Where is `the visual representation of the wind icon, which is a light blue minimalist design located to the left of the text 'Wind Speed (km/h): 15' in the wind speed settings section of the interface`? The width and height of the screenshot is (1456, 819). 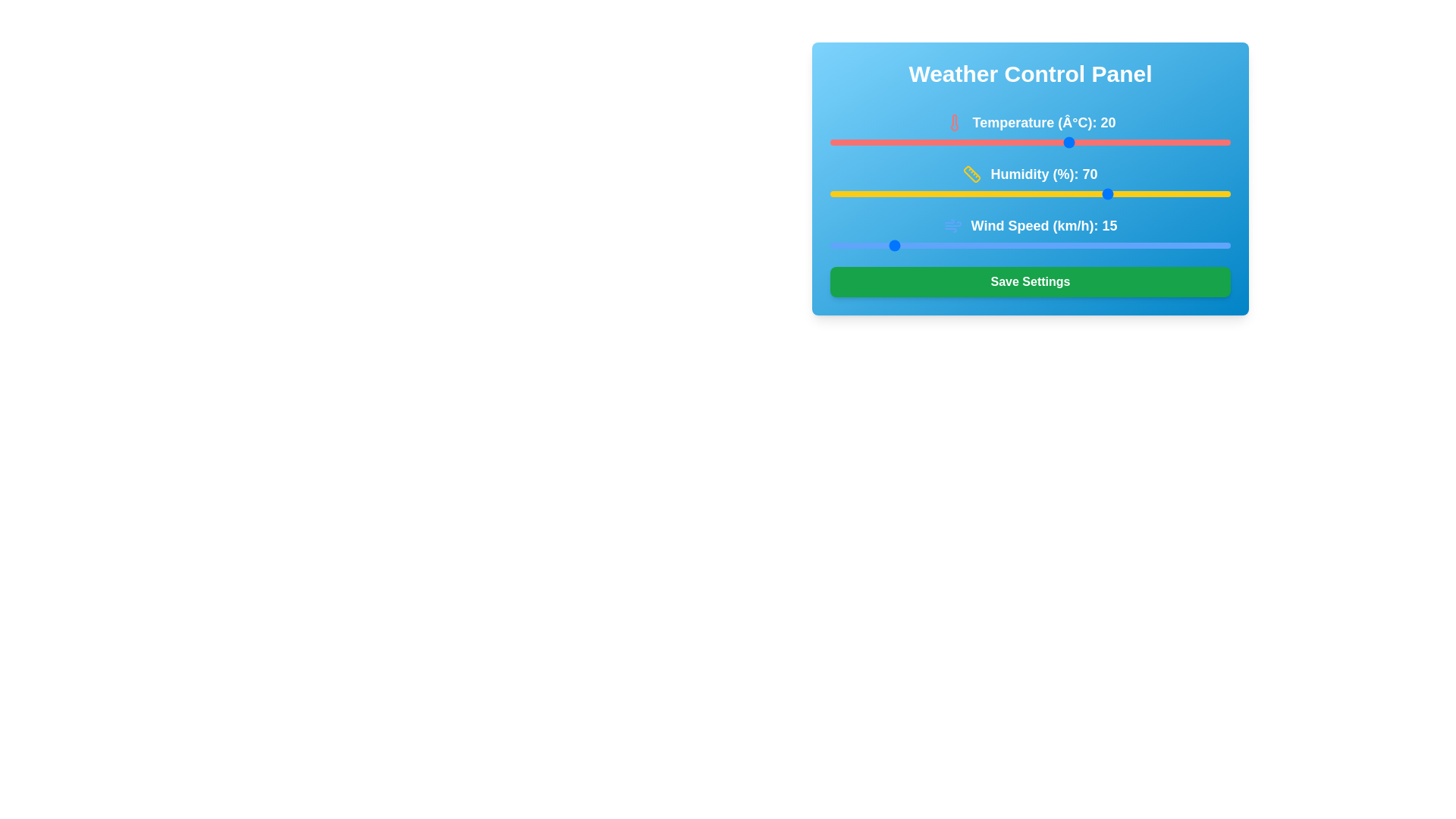
the visual representation of the wind icon, which is a light blue minimalist design located to the left of the text 'Wind Speed (km/h): 15' in the wind speed settings section of the interface is located at coordinates (952, 225).